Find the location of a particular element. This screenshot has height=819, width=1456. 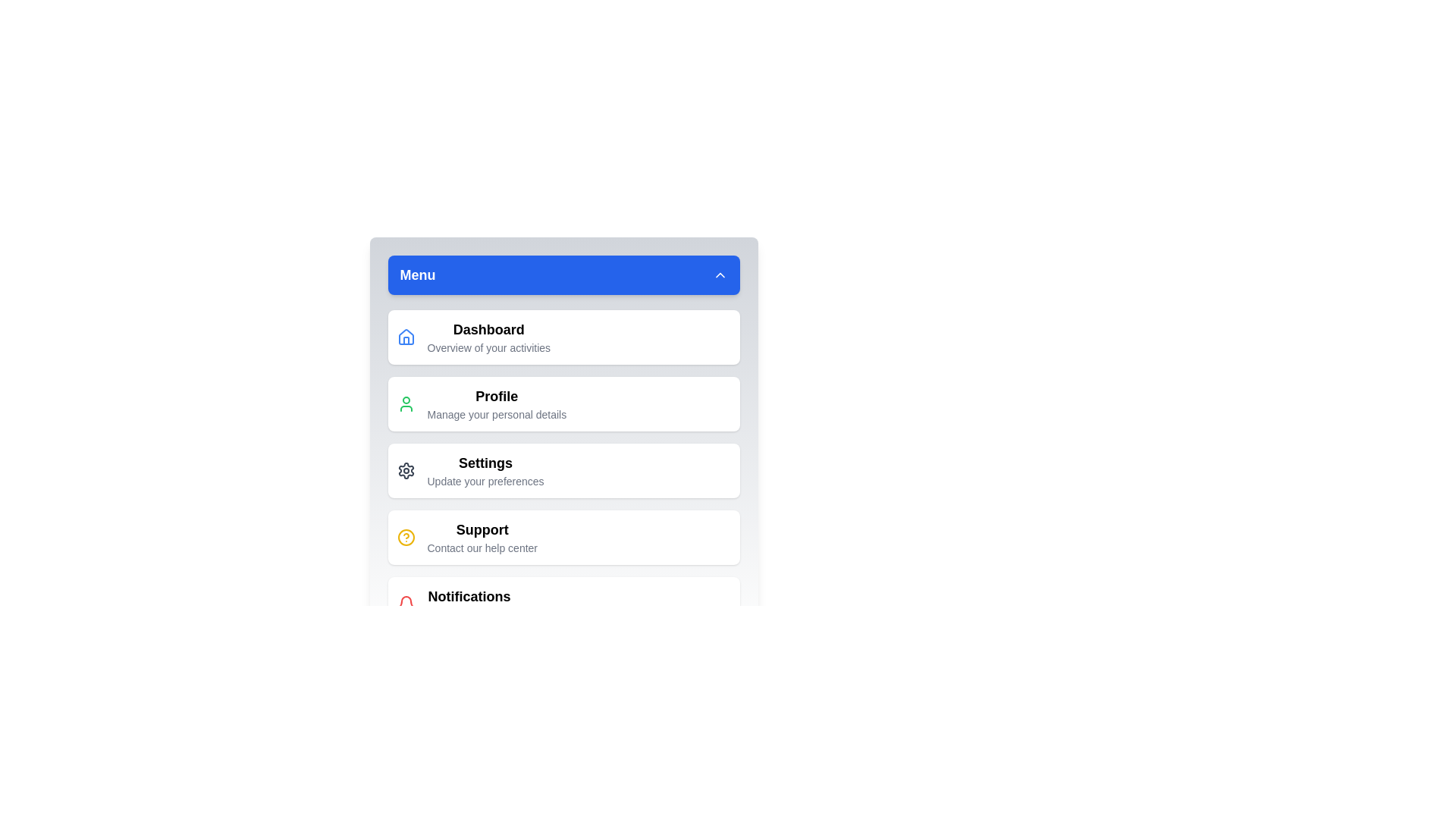

the vector graphic icon representing a house, which is styled with blue strokes and located in the first icon row of the side menu is located at coordinates (406, 336).